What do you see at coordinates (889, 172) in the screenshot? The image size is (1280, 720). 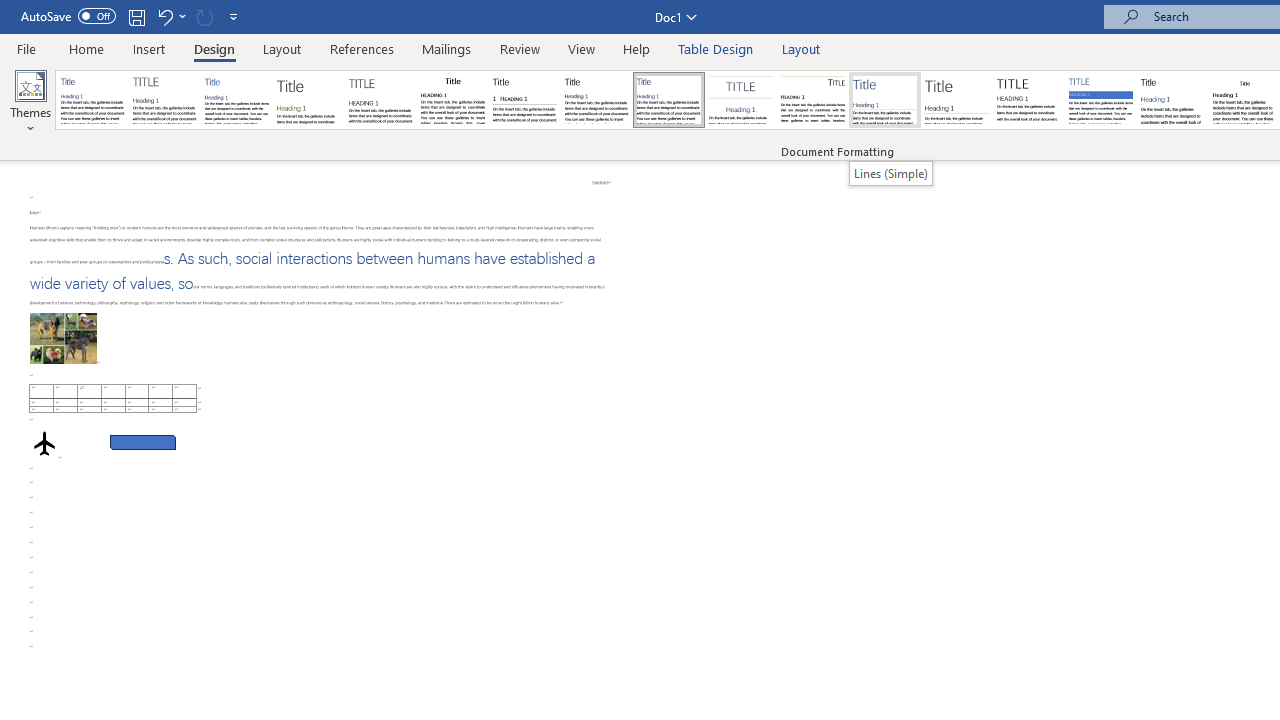 I see `'Lines (Simple)'` at bounding box center [889, 172].